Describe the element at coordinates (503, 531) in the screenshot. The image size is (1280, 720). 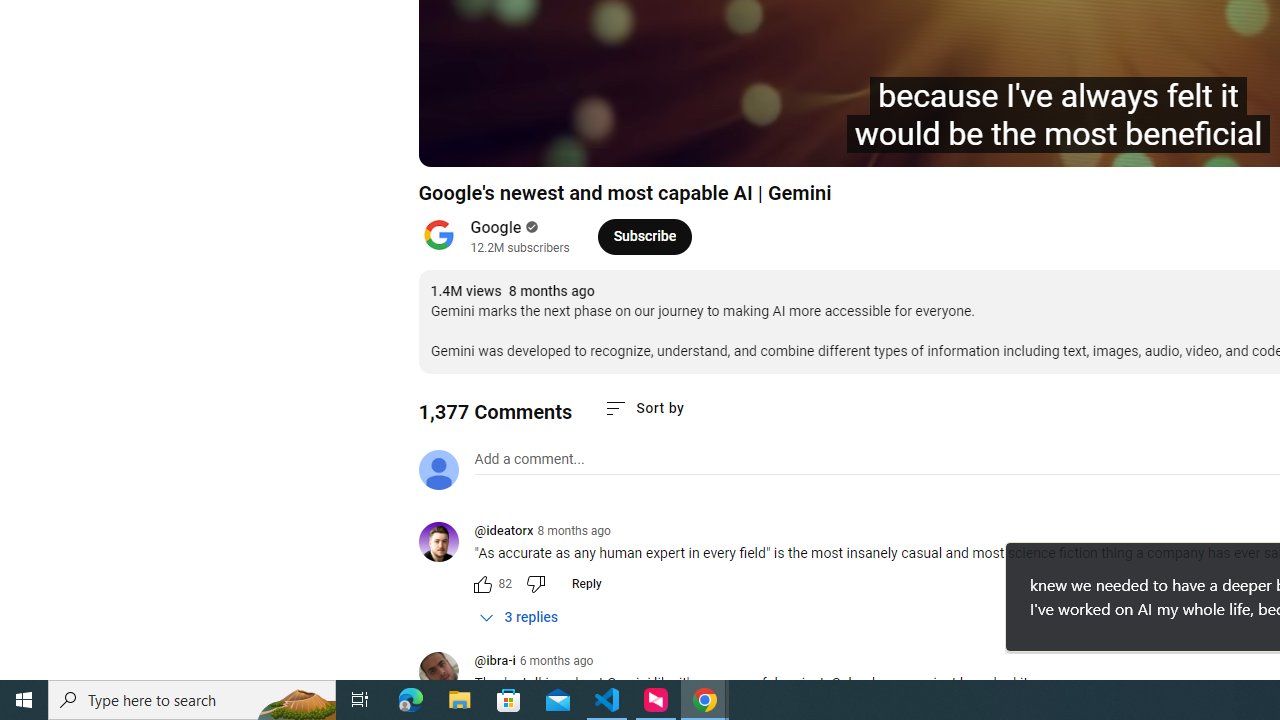
I see `'@ideatorx'` at that location.